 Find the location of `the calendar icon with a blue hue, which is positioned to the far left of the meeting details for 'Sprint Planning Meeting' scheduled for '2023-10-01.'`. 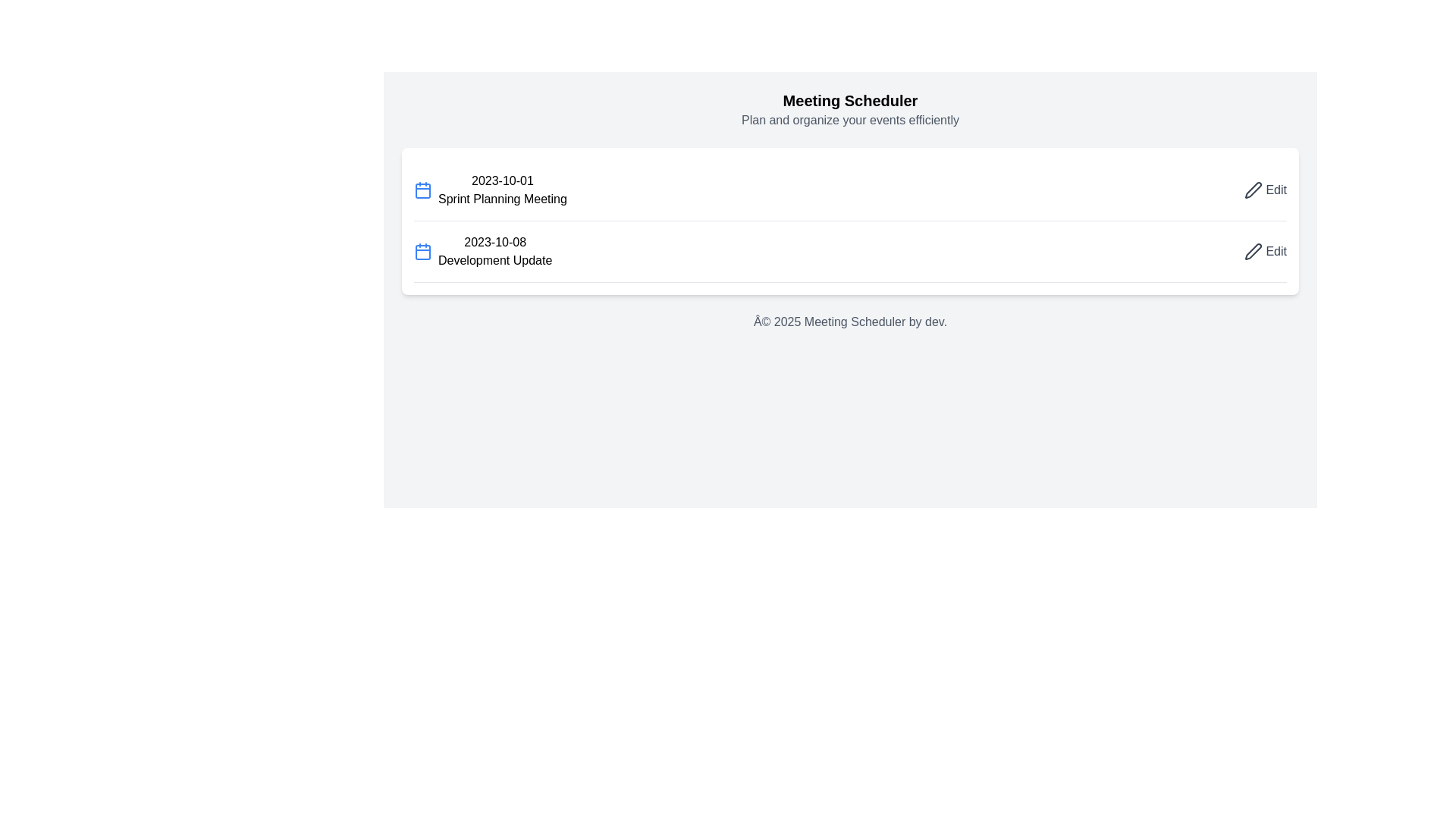

the calendar icon with a blue hue, which is positioned to the far left of the meeting details for 'Sprint Planning Meeting' scheduled for '2023-10-01.' is located at coordinates (422, 189).